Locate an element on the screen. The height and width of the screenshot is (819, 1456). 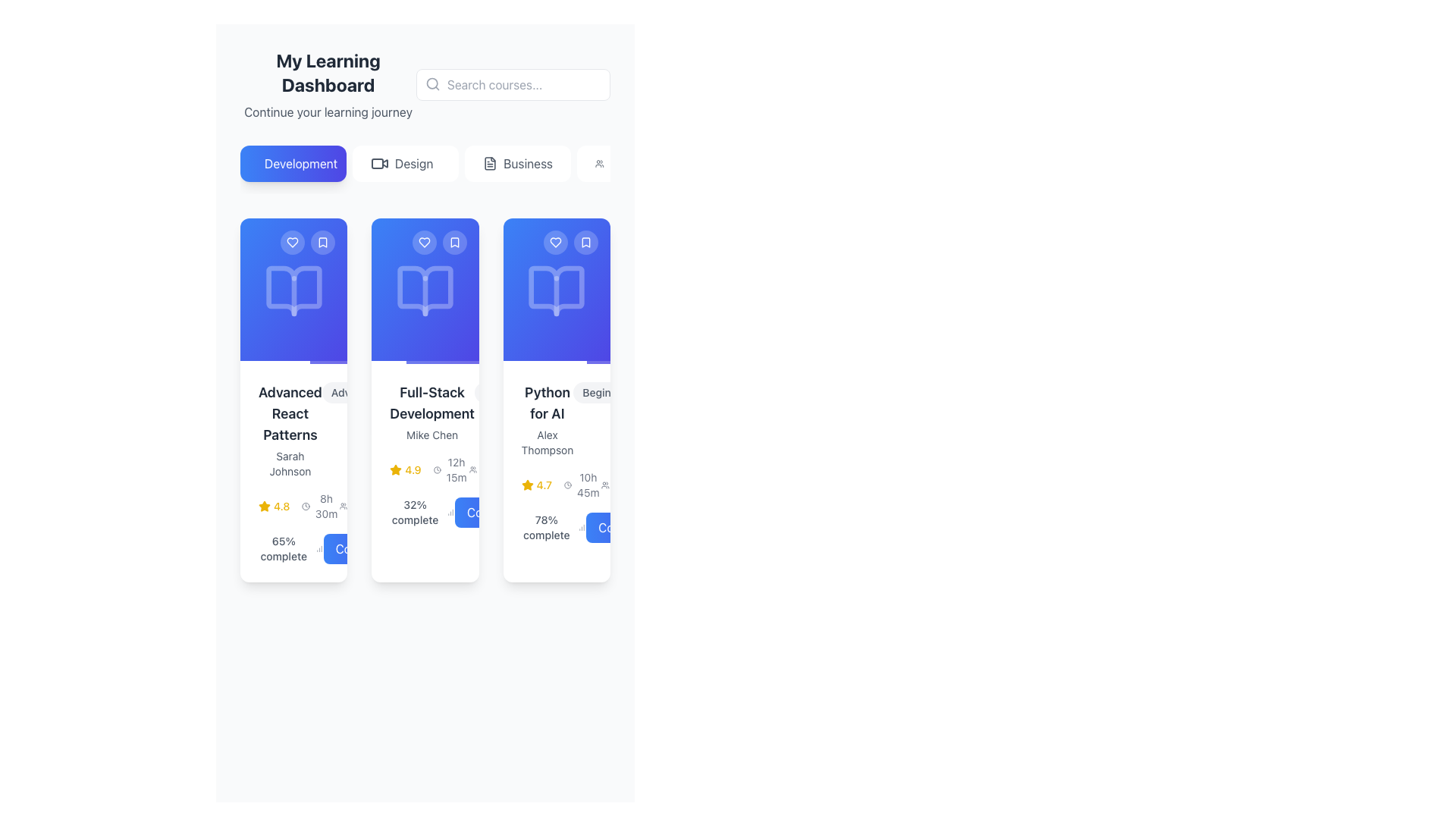
the round button with a semi-transparent white background and a heart icon in the center, located in the top-right corner of the 'Advanced React Patterns' card, to favorite the item is located at coordinates (293, 242).